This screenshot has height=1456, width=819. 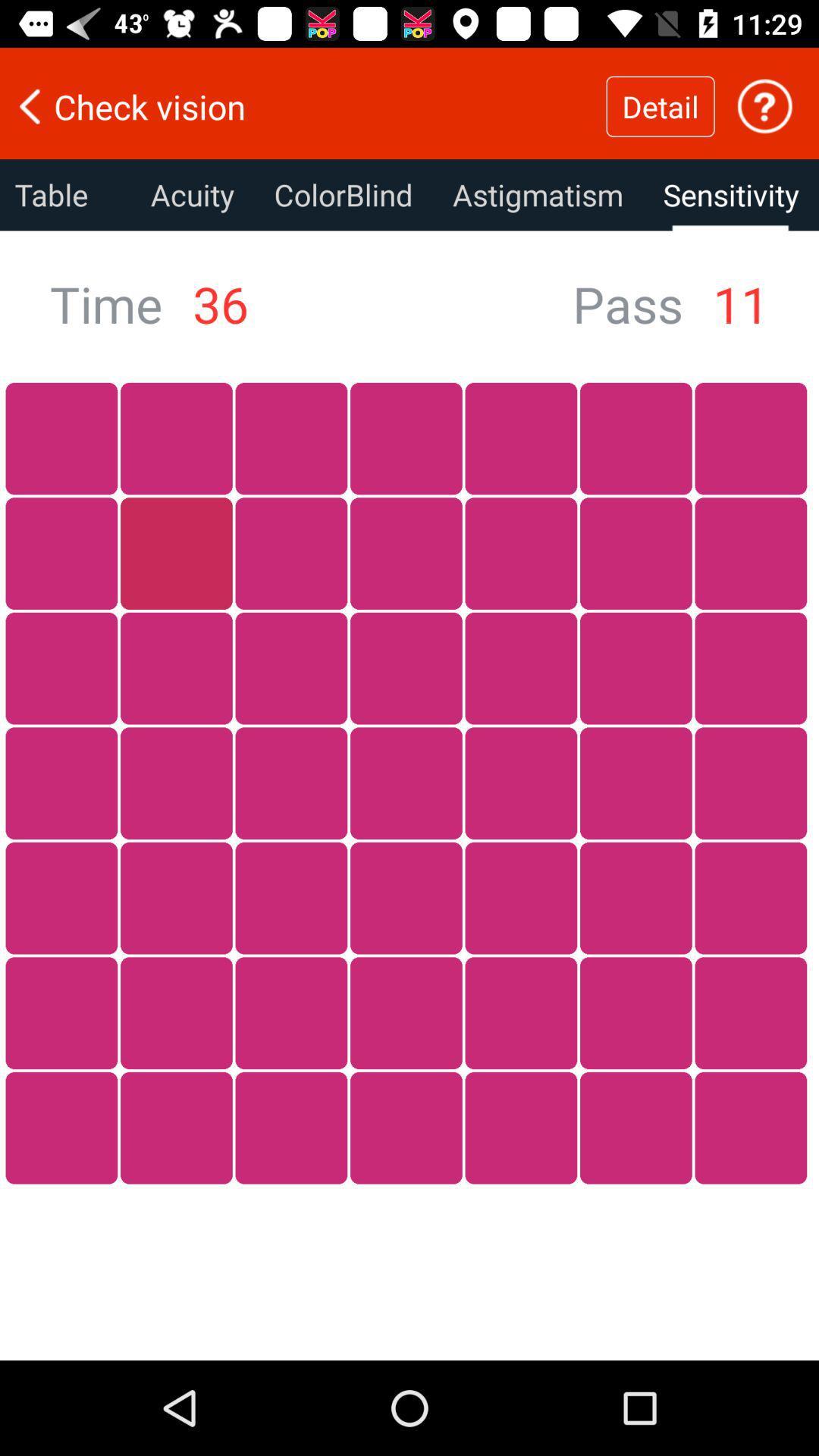 I want to click on icon to the right of acuity icon, so click(x=343, y=194).